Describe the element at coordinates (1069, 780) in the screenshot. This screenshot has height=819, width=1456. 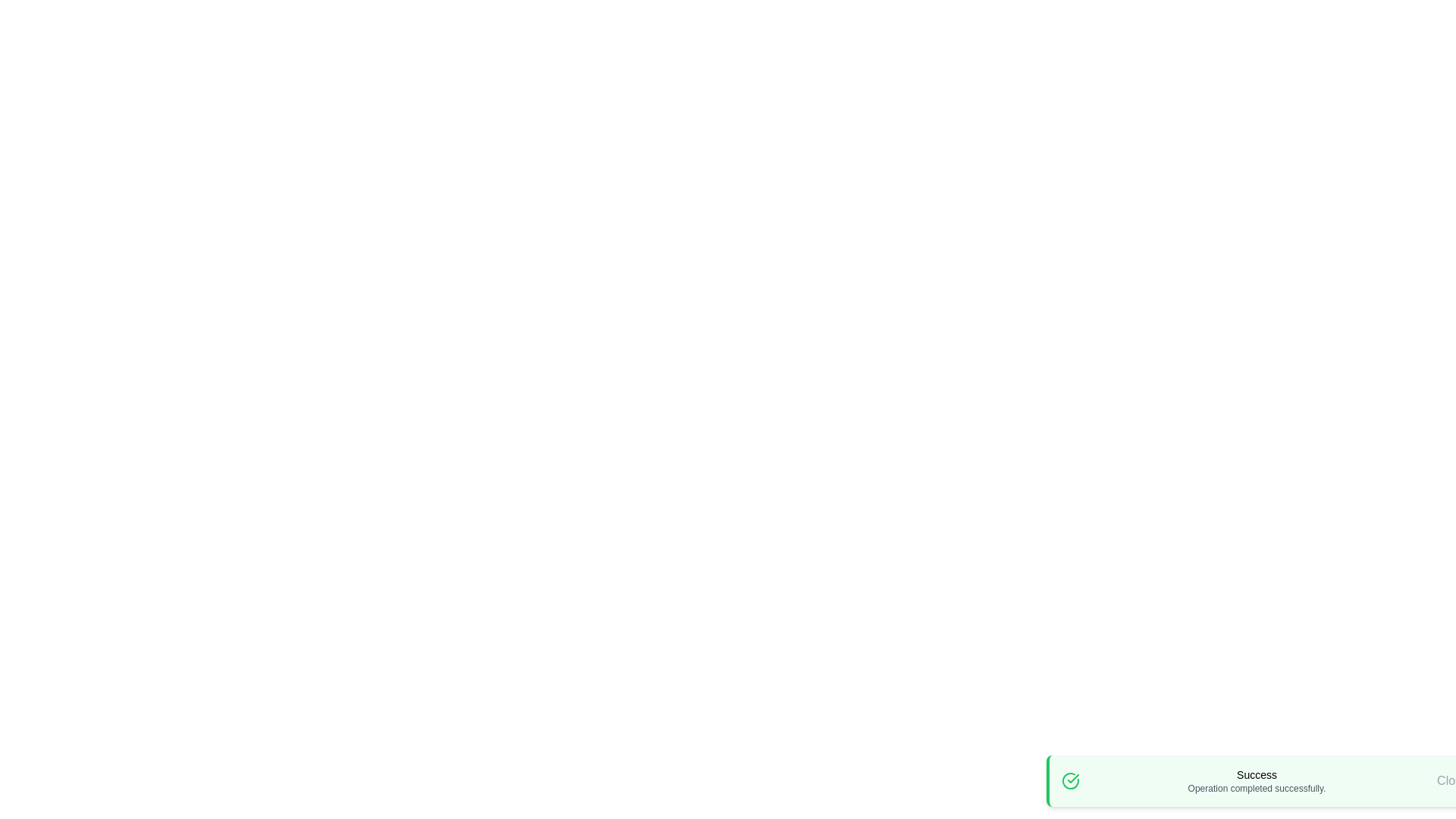
I see `the icon located at the left side of the green-outlined success notification box, which provides positive feedback to the user` at that location.